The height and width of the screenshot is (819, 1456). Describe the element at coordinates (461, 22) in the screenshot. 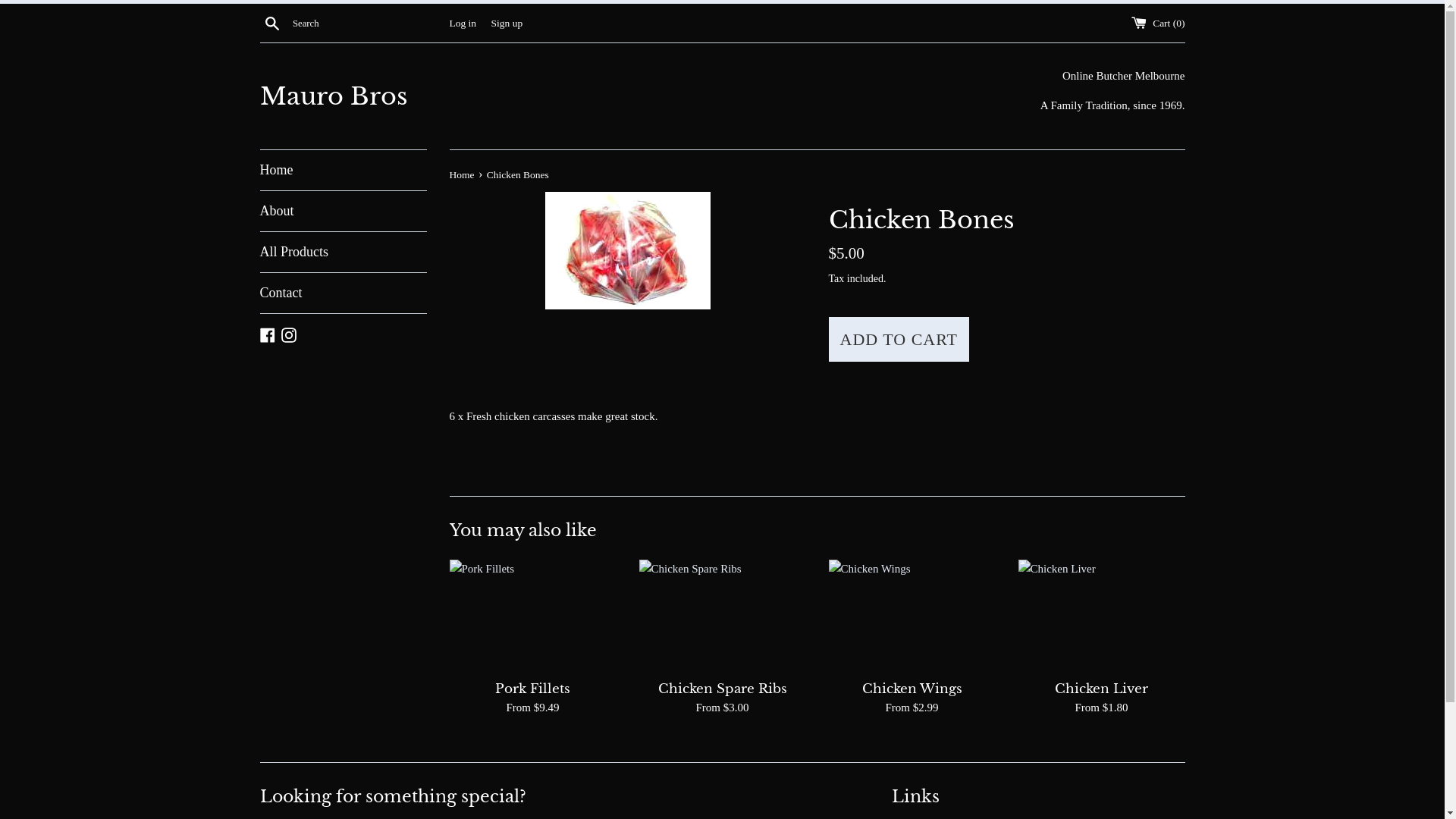

I see `'Log in'` at that location.